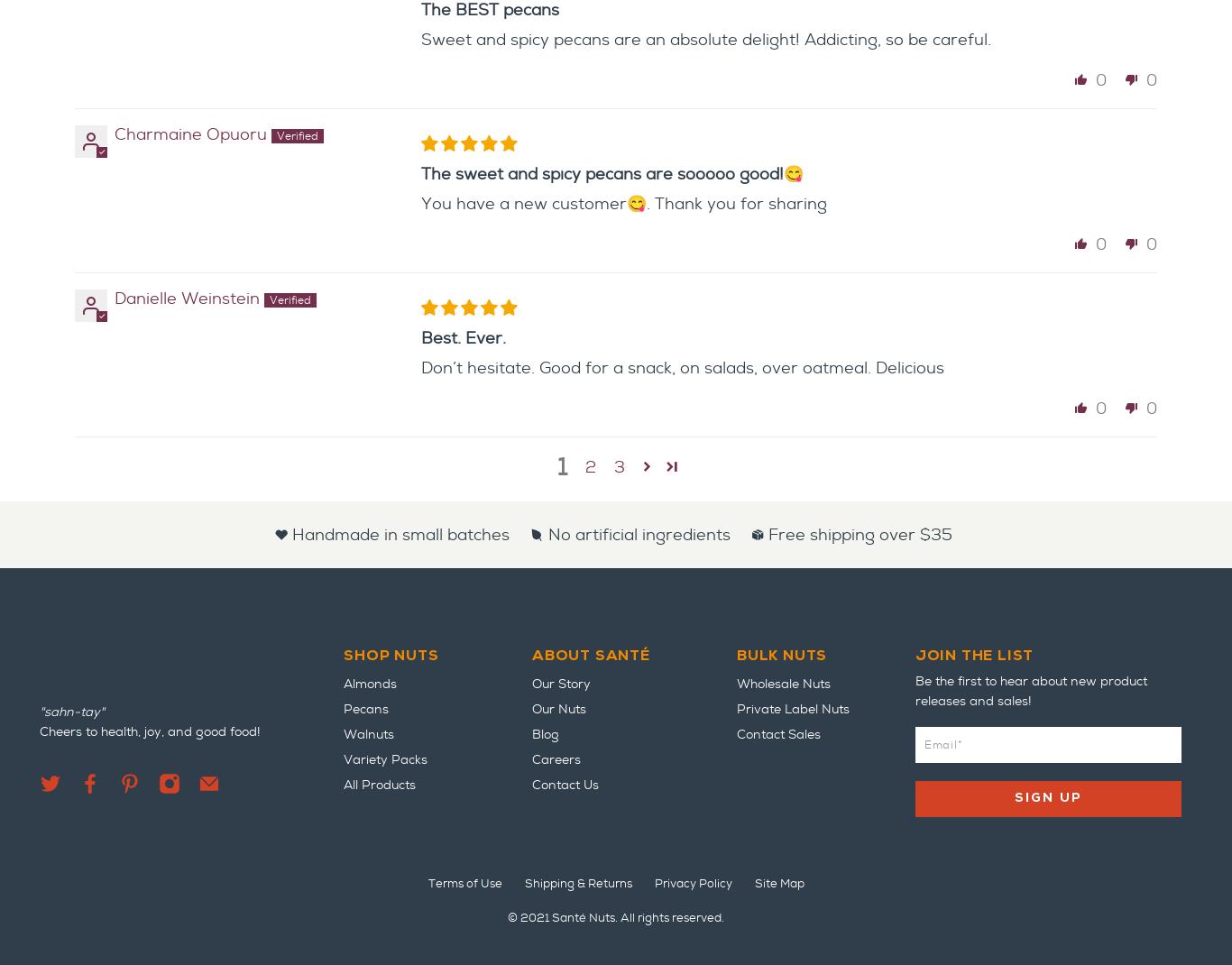 The height and width of the screenshot is (965, 1232). What do you see at coordinates (624, 202) in the screenshot?
I see `'You have a new customer😋. Thank you for sharing'` at bounding box center [624, 202].